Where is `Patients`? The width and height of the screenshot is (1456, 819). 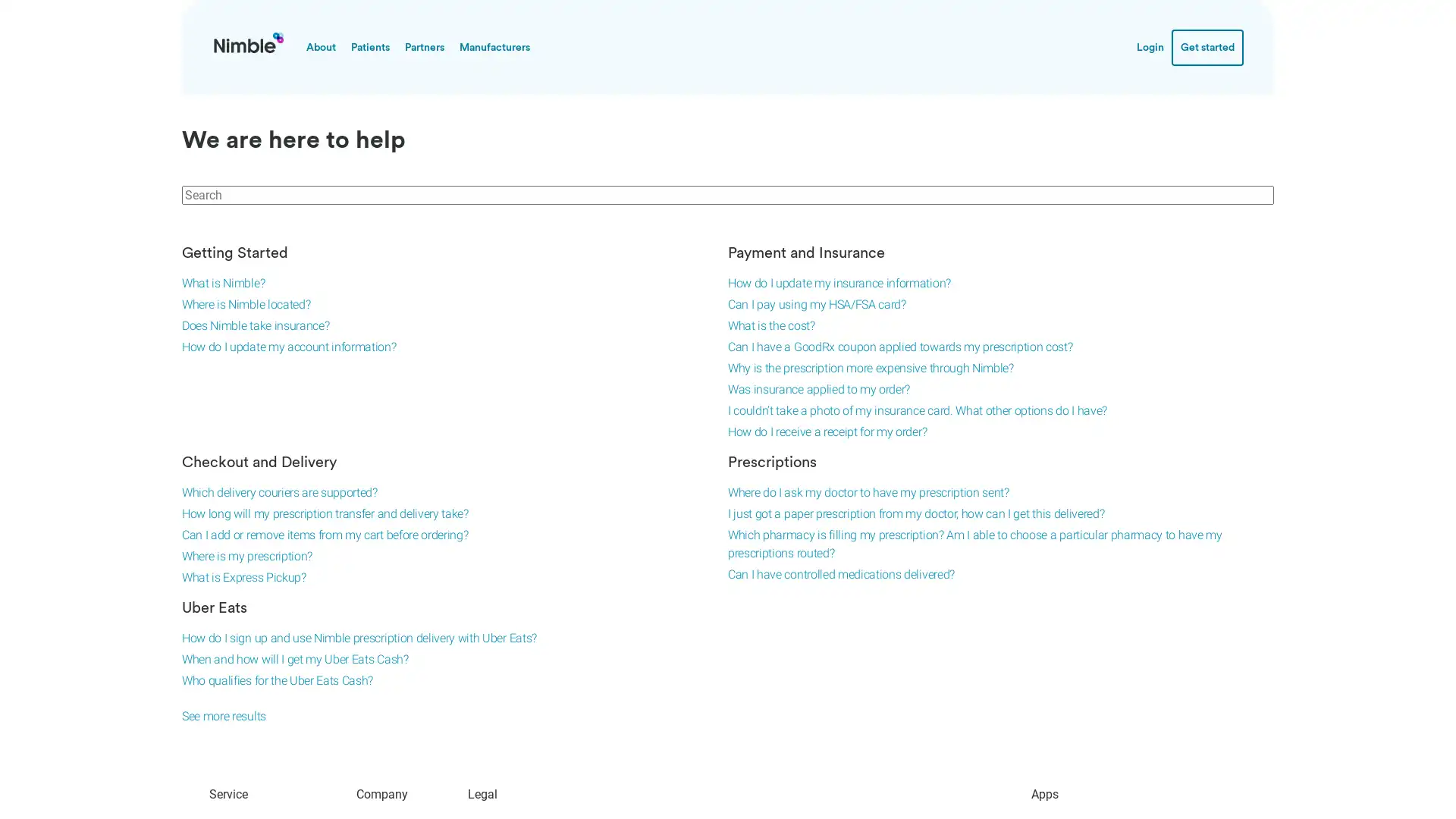 Patients is located at coordinates (370, 45).